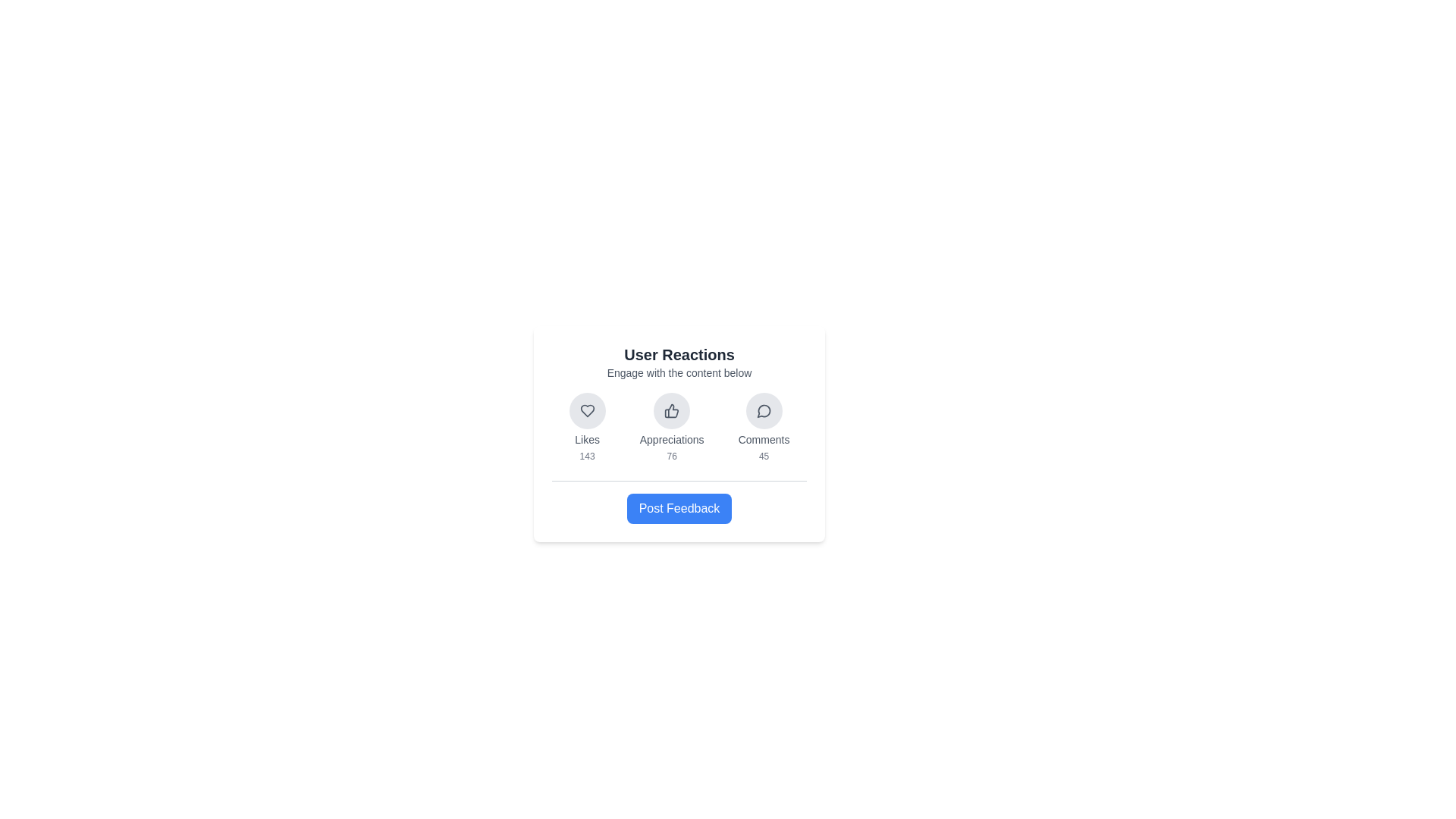  What do you see at coordinates (671, 411) in the screenshot?
I see `the appreciation button located at the center of the 'User Reactions' section` at bounding box center [671, 411].